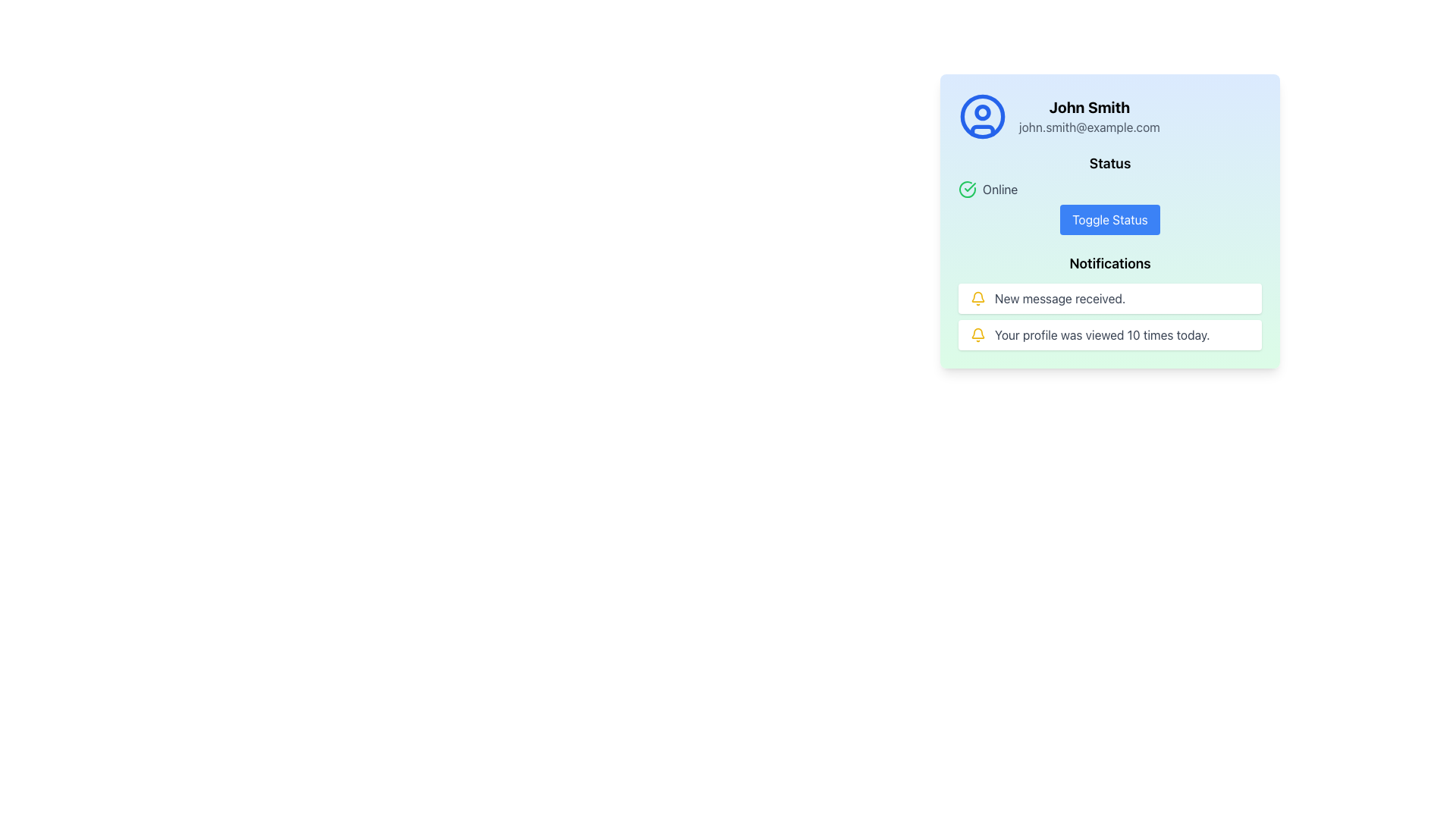 The height and width of the screenshot is (819, 1456). I want to click on the Notification Item displaying profile views, located beneath 'New message received' in the Notifications list, so click(1110, 334).